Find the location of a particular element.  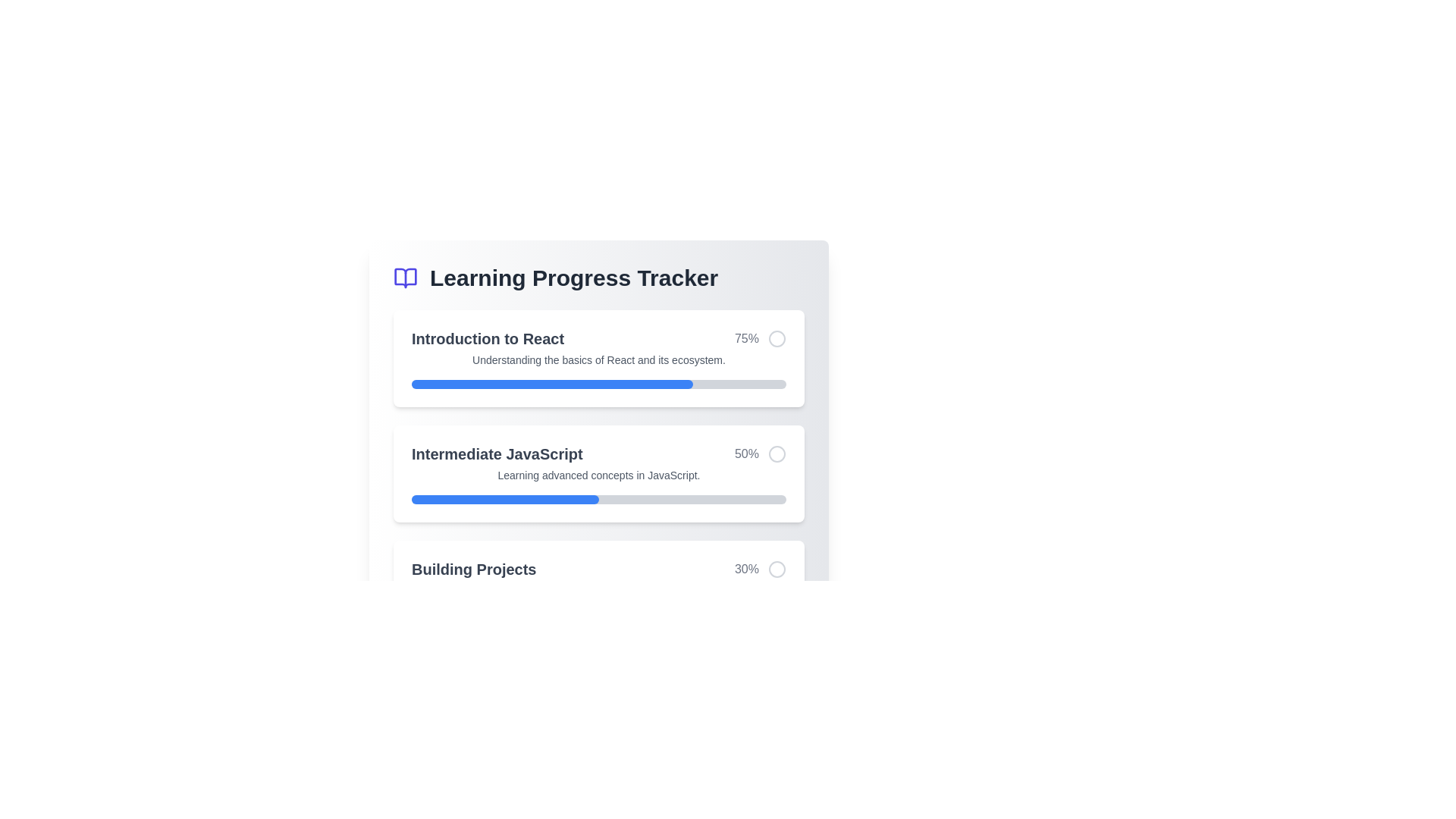

text label that provides a brief explanation of the learning module content located beneath the title 'Introduction to React' in the learning module card is located at coordinates (598, 359).